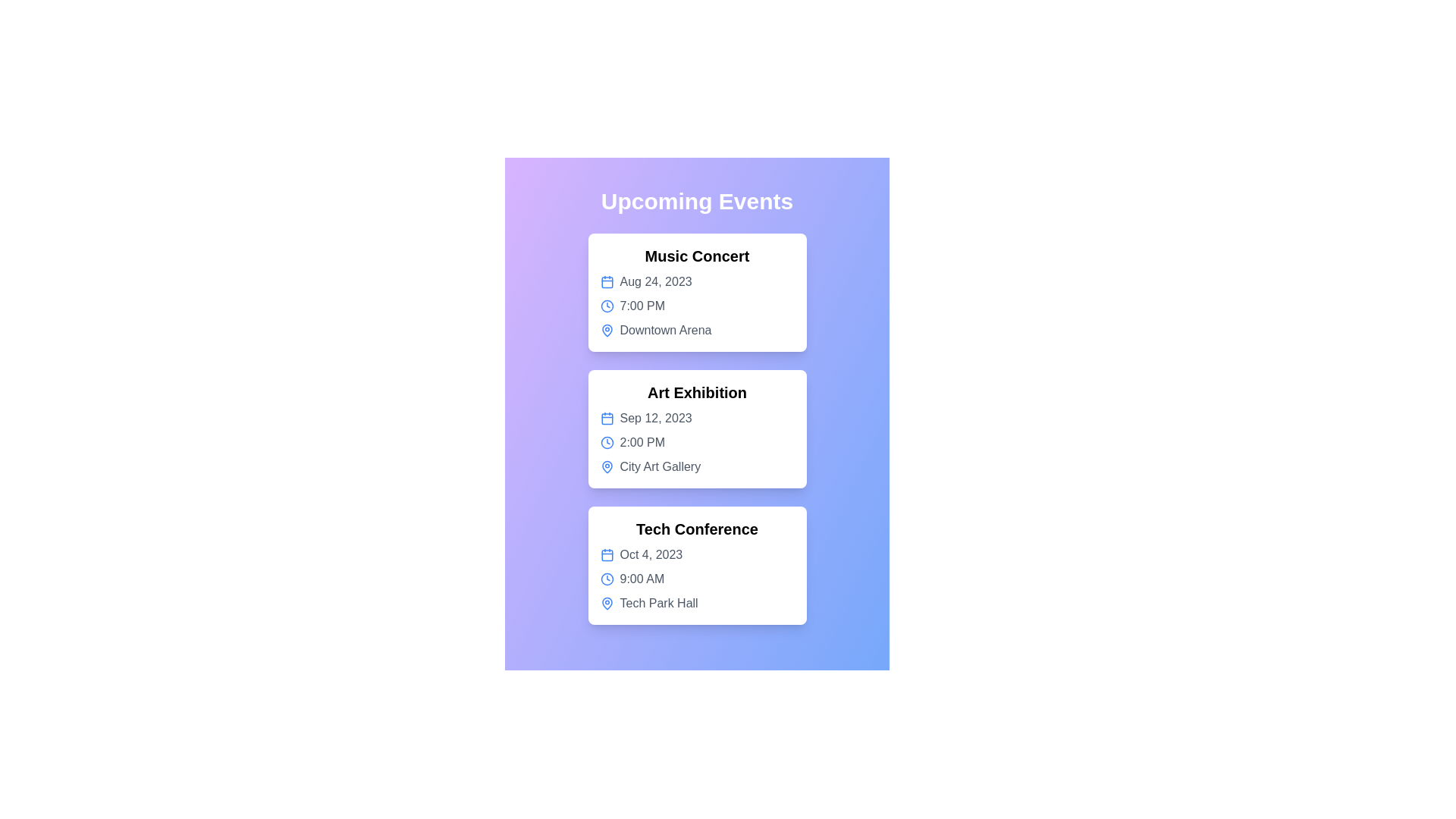  I want to click on the 'City Art Gallery' text element, which is accompanied by a blue map pin icon, located within the 'Art Exhibition' card, so click(696, 466).